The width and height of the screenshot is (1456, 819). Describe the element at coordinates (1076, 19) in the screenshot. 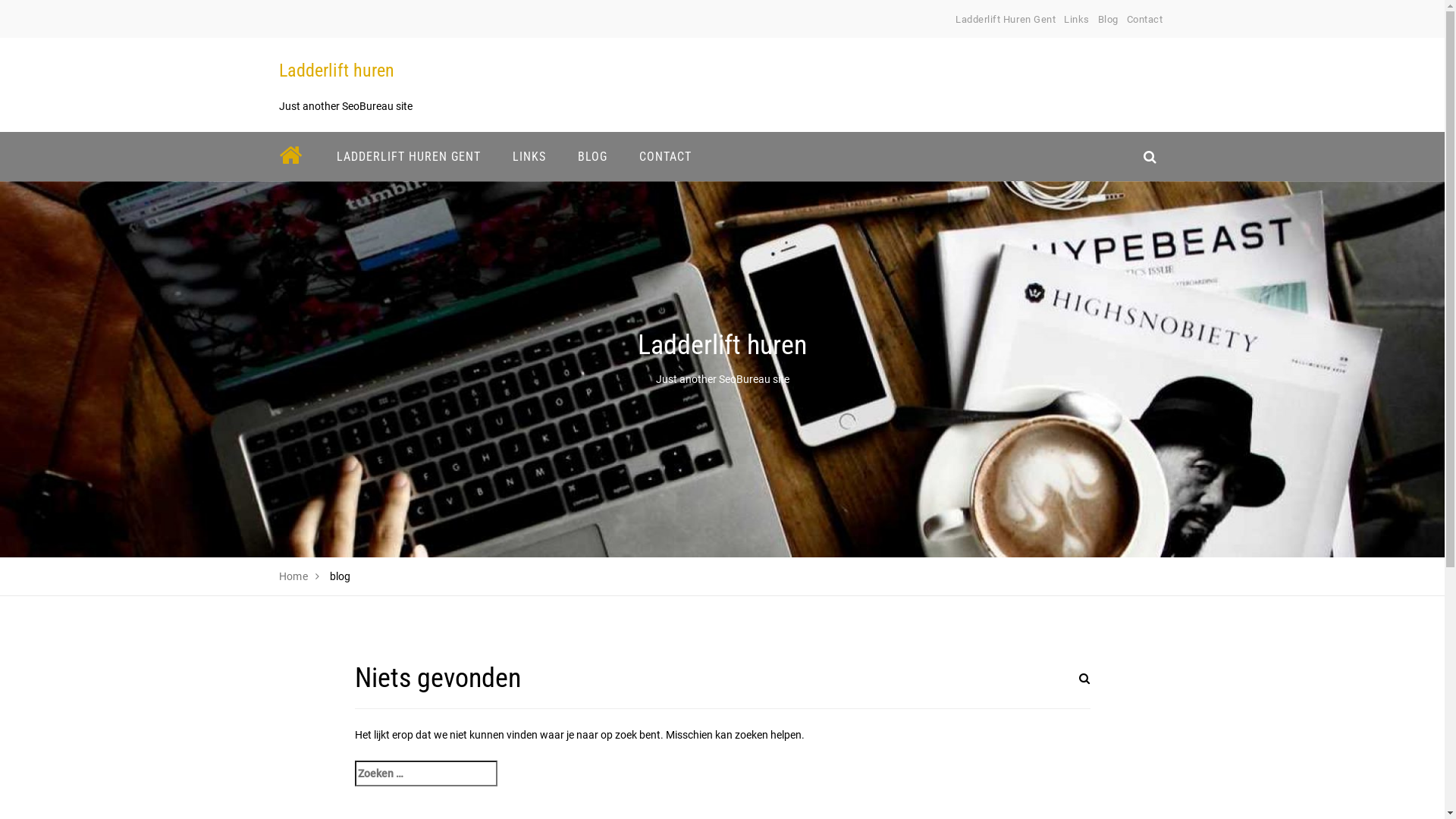

I see `'Links'` at that location.